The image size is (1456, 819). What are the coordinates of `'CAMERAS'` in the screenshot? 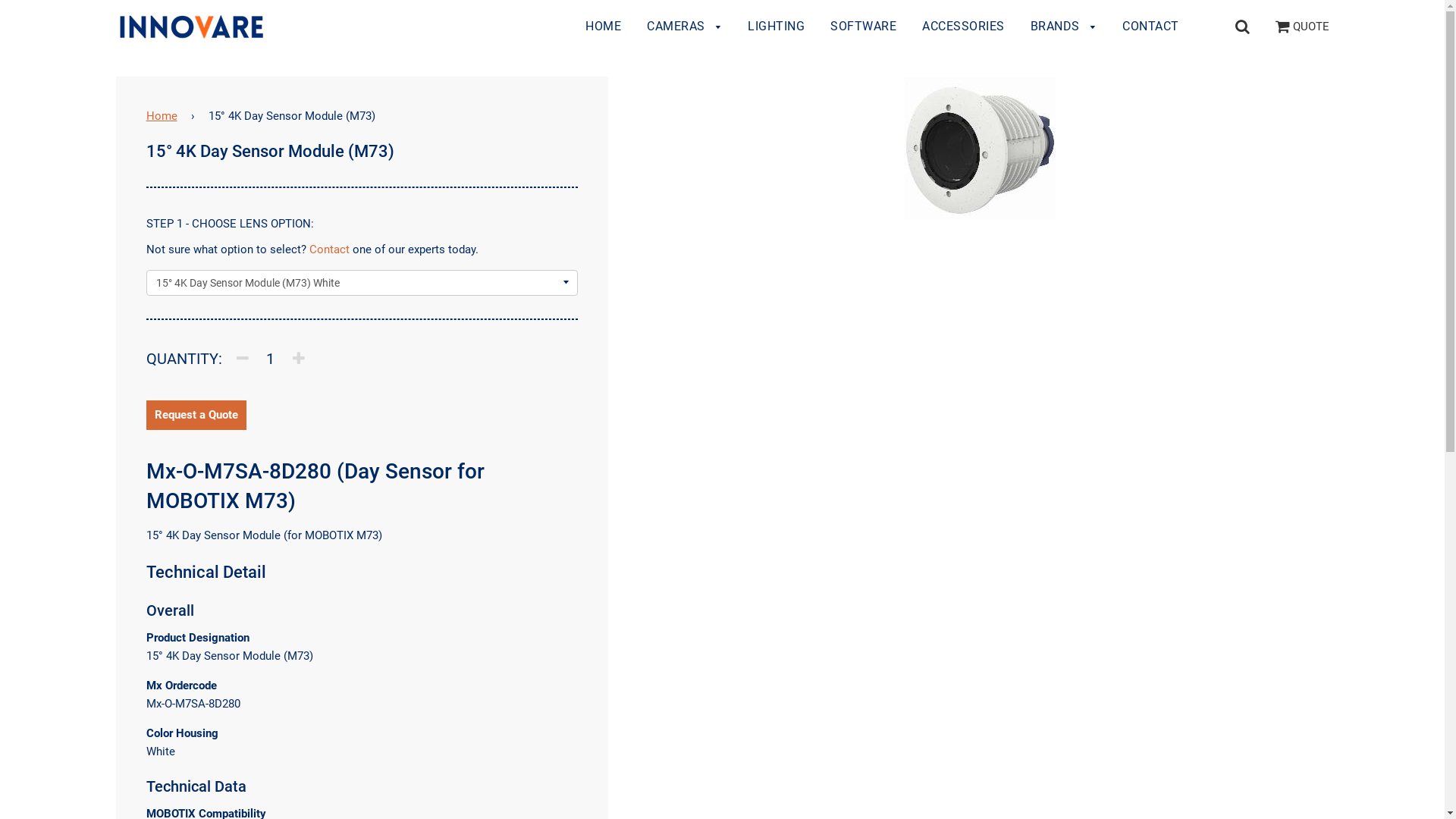 It's located at (683, 26).